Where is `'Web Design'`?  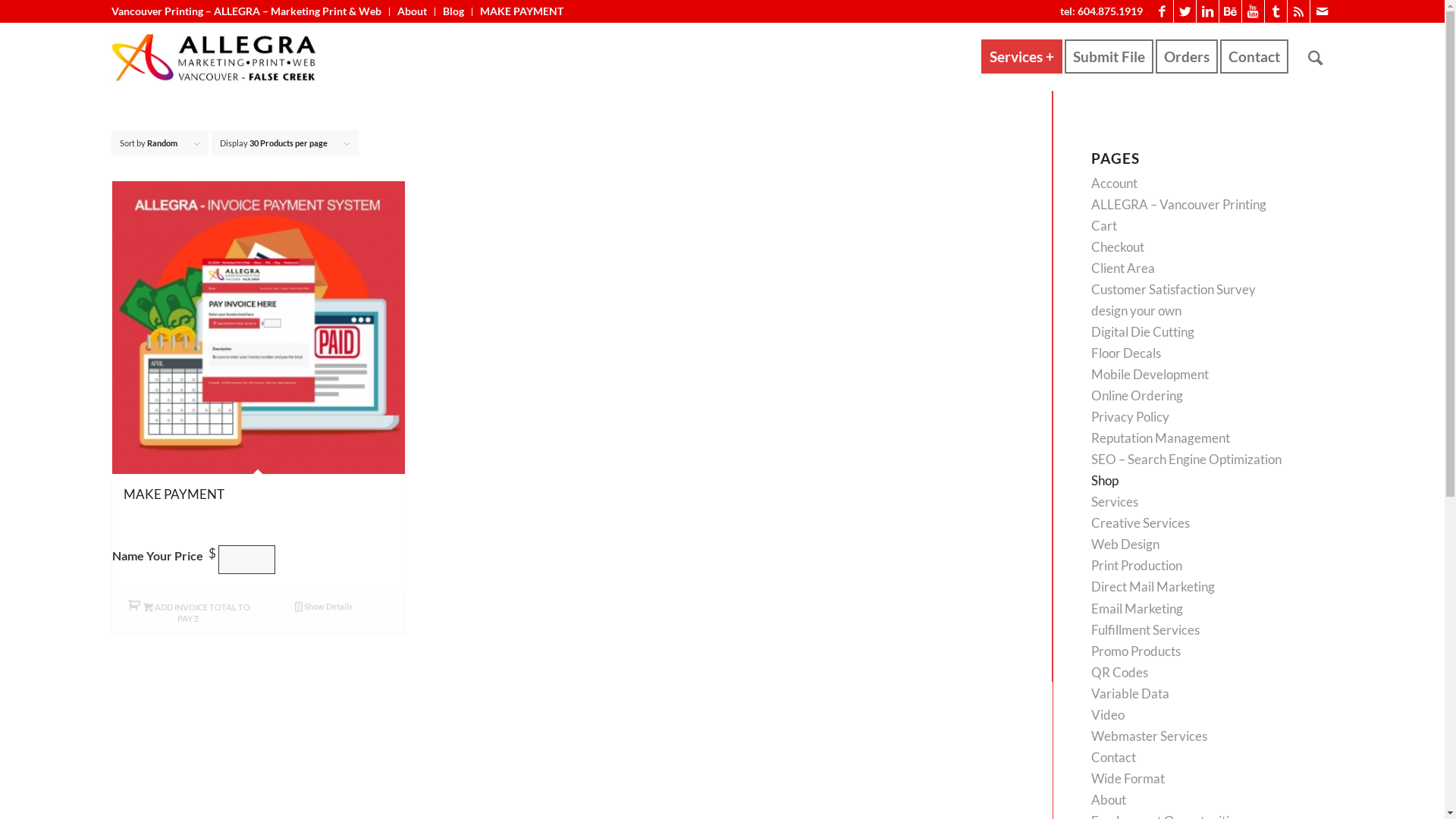
'Web Design' is located at coordinates (1125, 543).